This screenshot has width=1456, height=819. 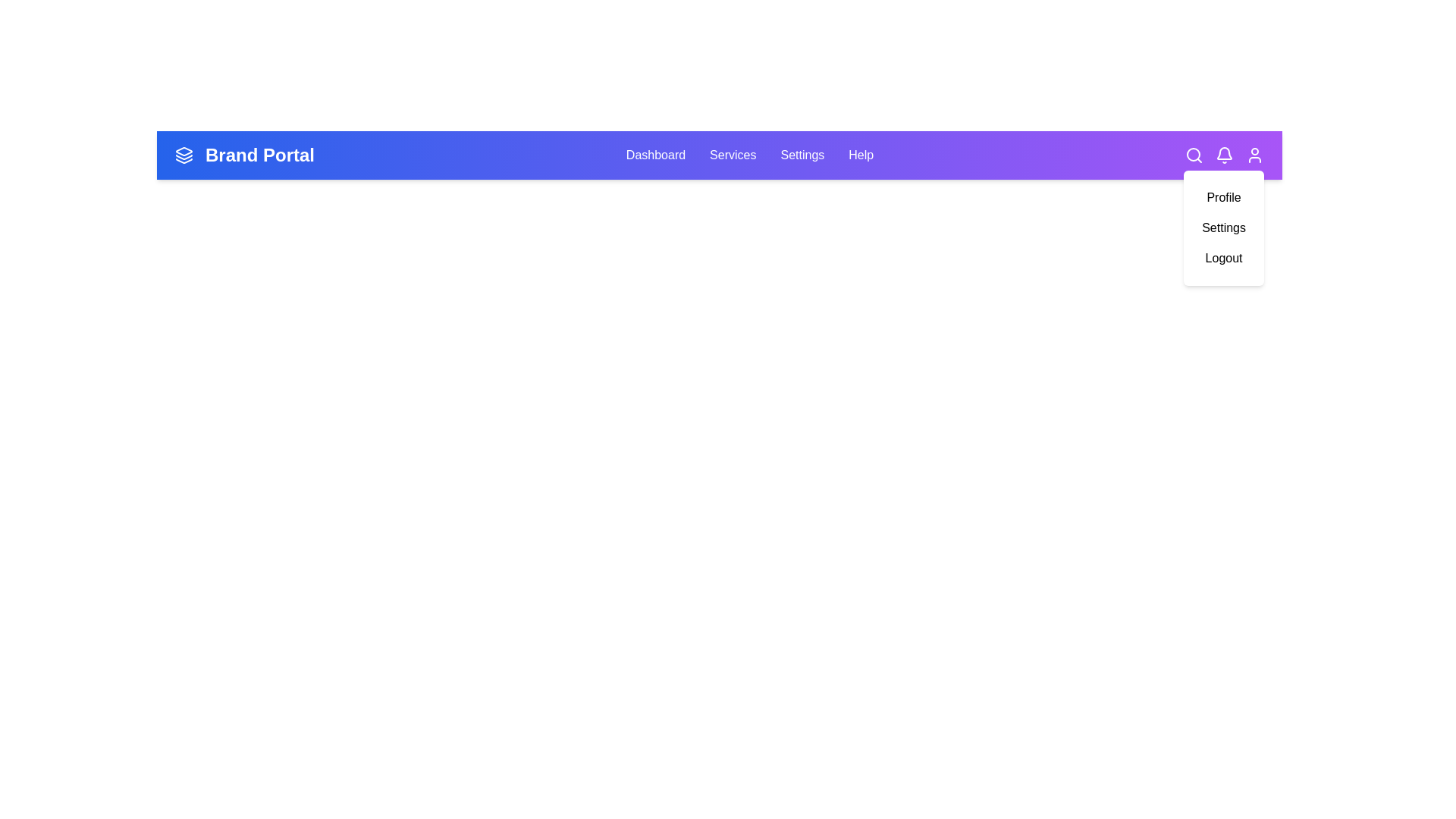 What do you see at coordinates (655, 155) in the screenshot?
I see `the first option in the horizontal navigation menu, which is a hyperlink that redirects to the 'Dashboard' section, to observe visual feedback` at bounding box center [655, 155].